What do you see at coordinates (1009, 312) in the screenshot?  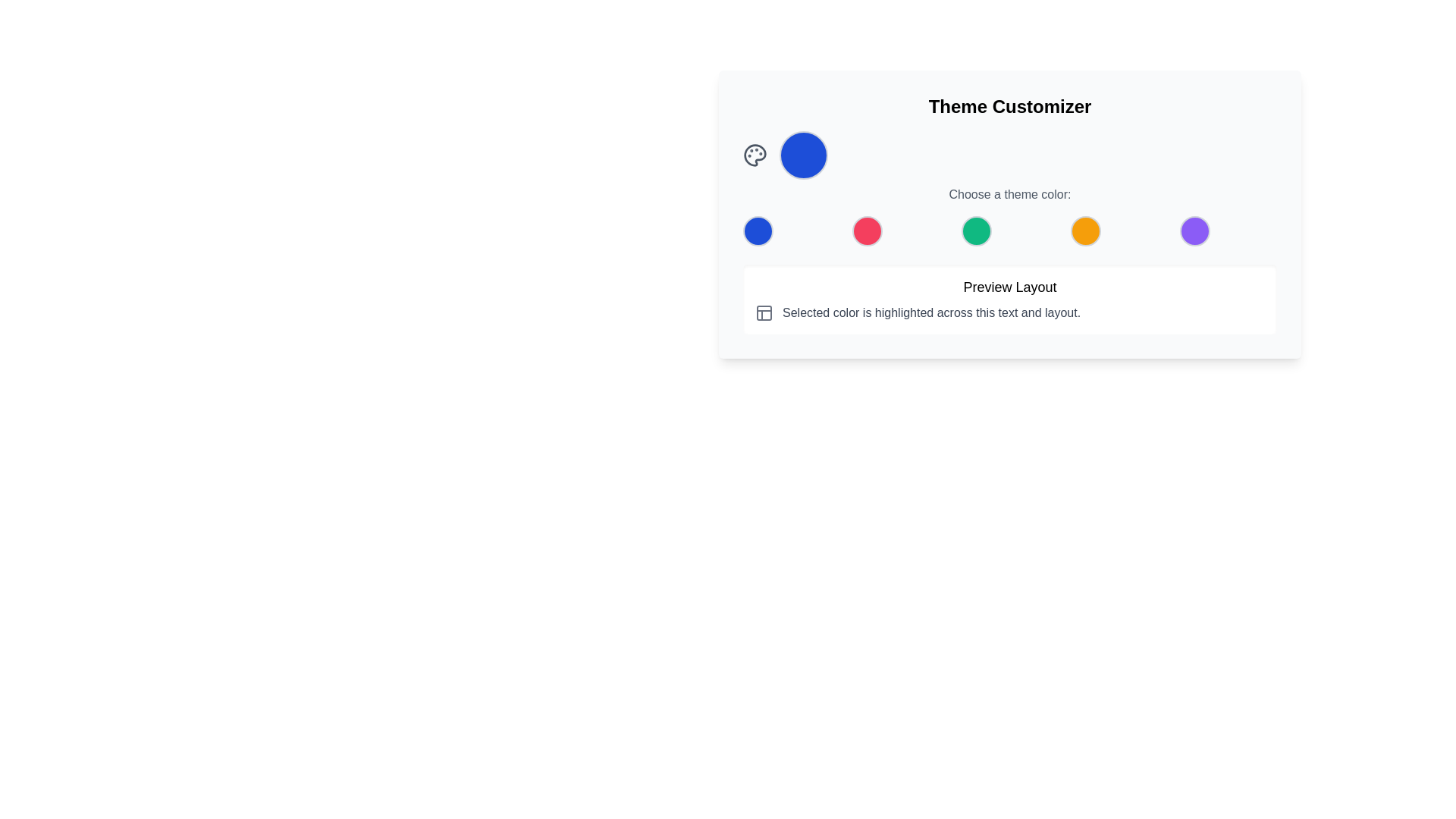 I see `the text element indicating the selected theme's color, located below the 'Preview Layout' header` at bounding box center [1009, 312].